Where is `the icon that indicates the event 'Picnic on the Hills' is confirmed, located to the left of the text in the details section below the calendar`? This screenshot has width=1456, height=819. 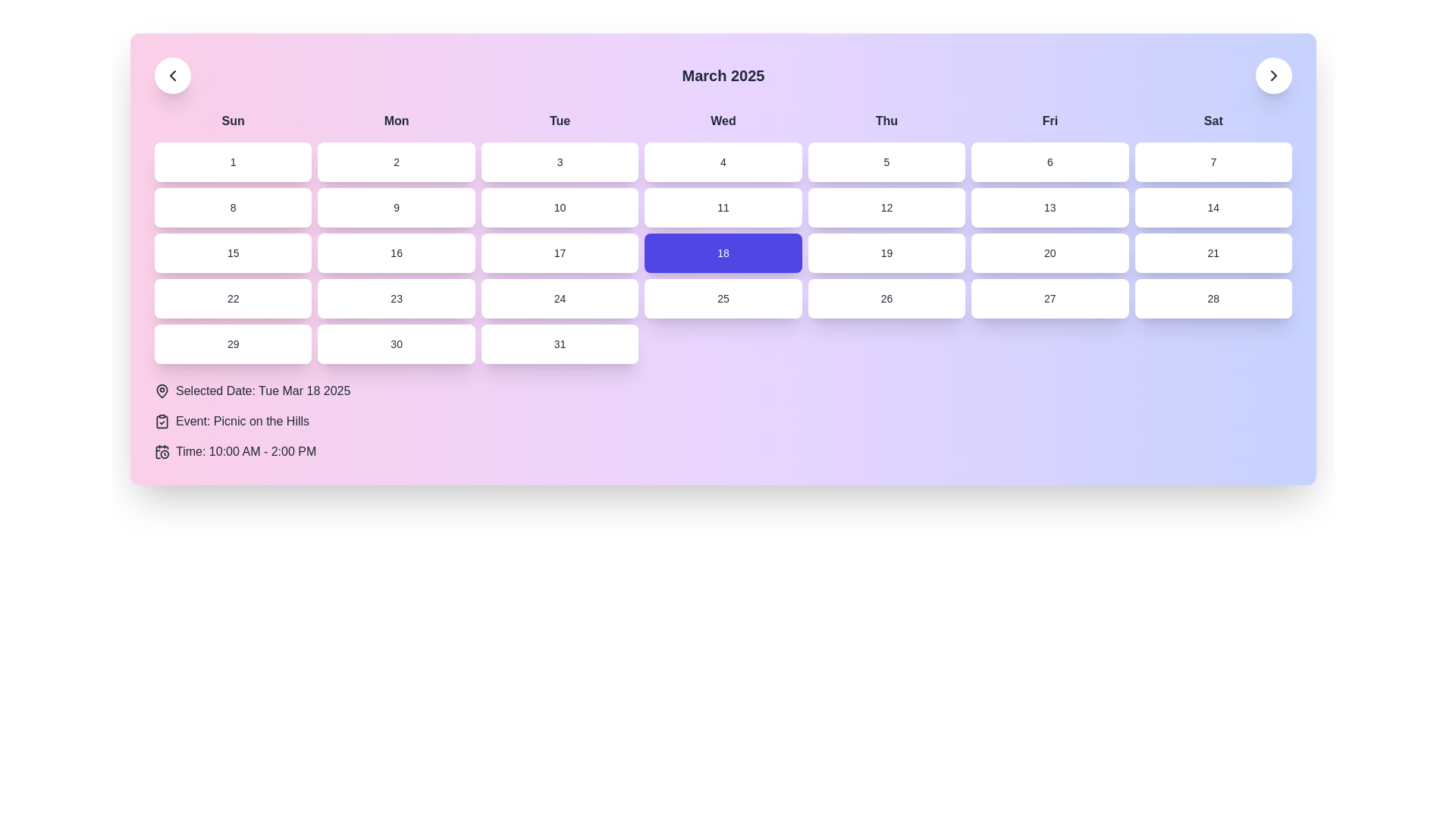 the icon that indicates the event 'Picnic on the Hills' is confirmed, located to the left of the text in the details section below the calendar is located at coordinates (162, 421).